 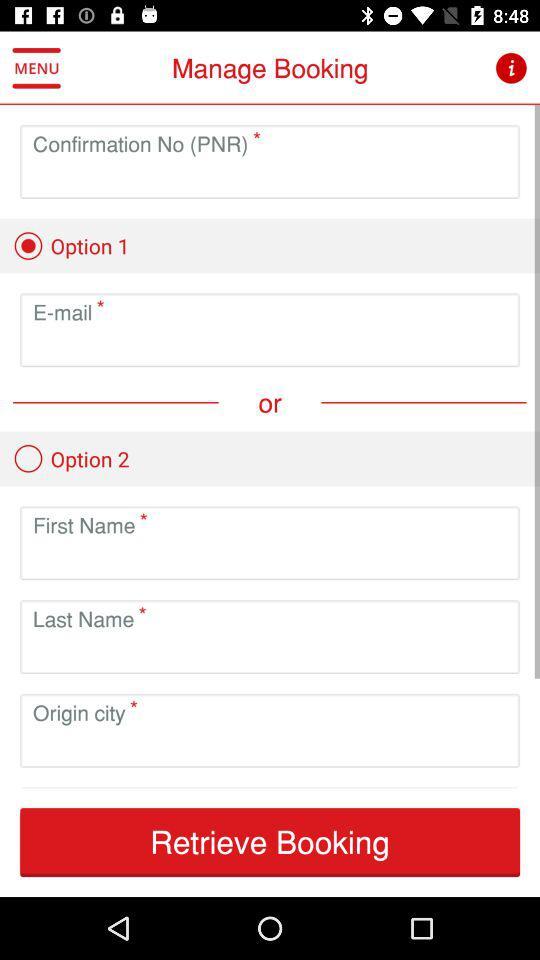 What do you see at coordinates (36, 68) in the screenshot?
I see `the icon next to the manage booking item` at bounding box center [36, 68].